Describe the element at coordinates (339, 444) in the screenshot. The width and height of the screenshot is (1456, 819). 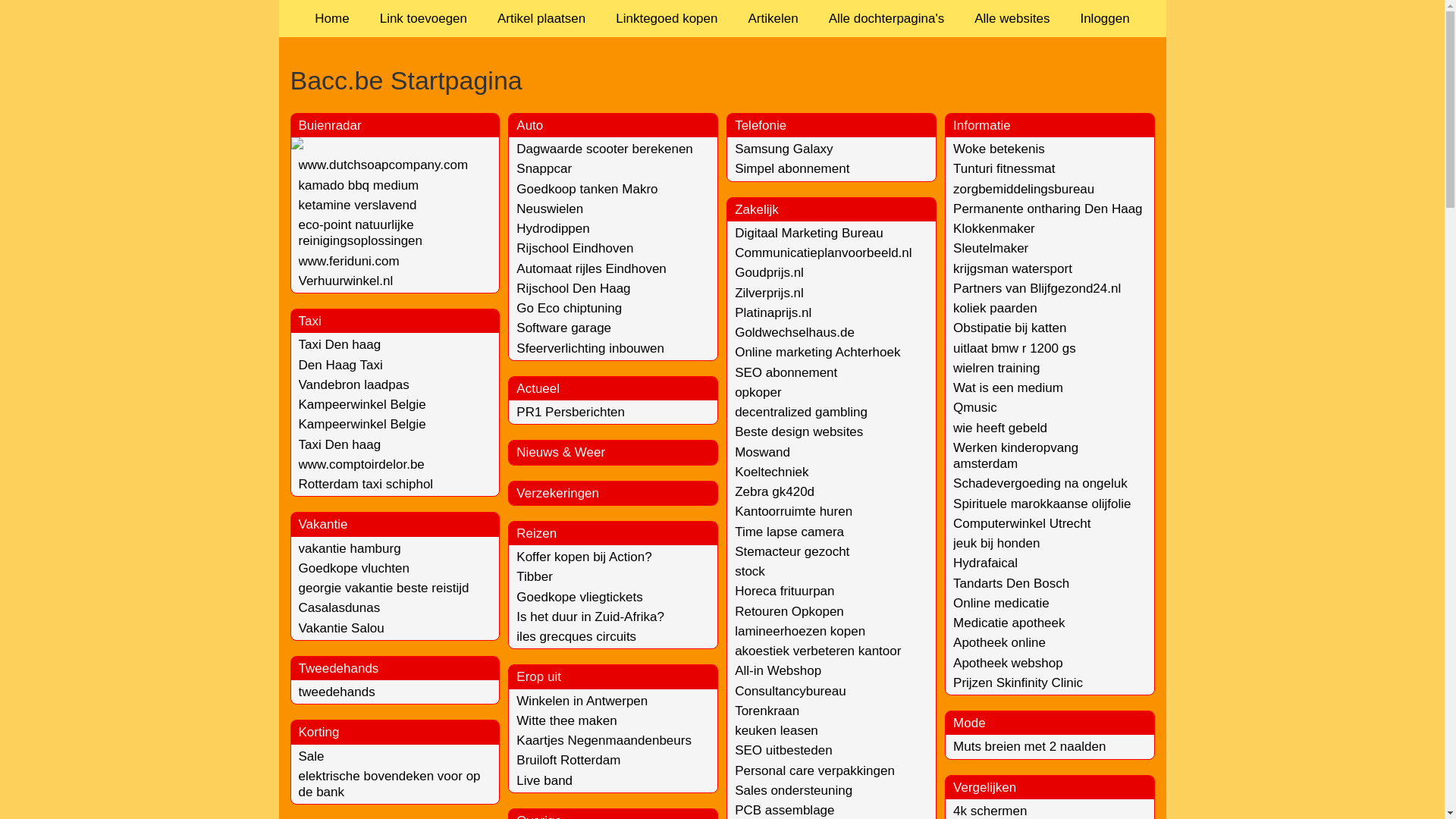
I see `'Taxi Den haag'` at that location.